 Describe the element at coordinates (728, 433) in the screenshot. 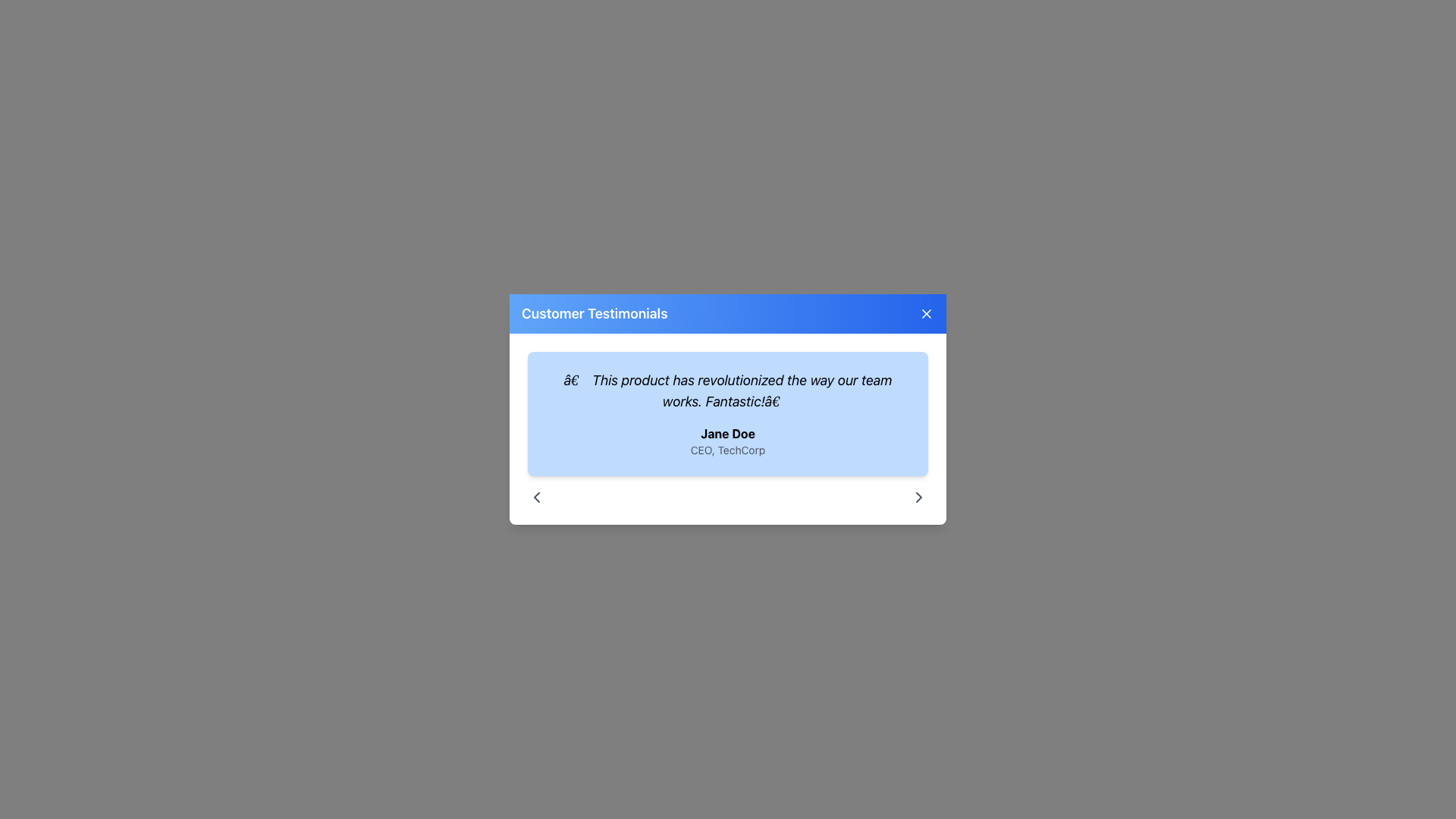

I see `the text element displaying the name of the individual providing the testimonial, which is positioned above the smaller and lighter styled 'CEO, TechCorp' text` at that location.